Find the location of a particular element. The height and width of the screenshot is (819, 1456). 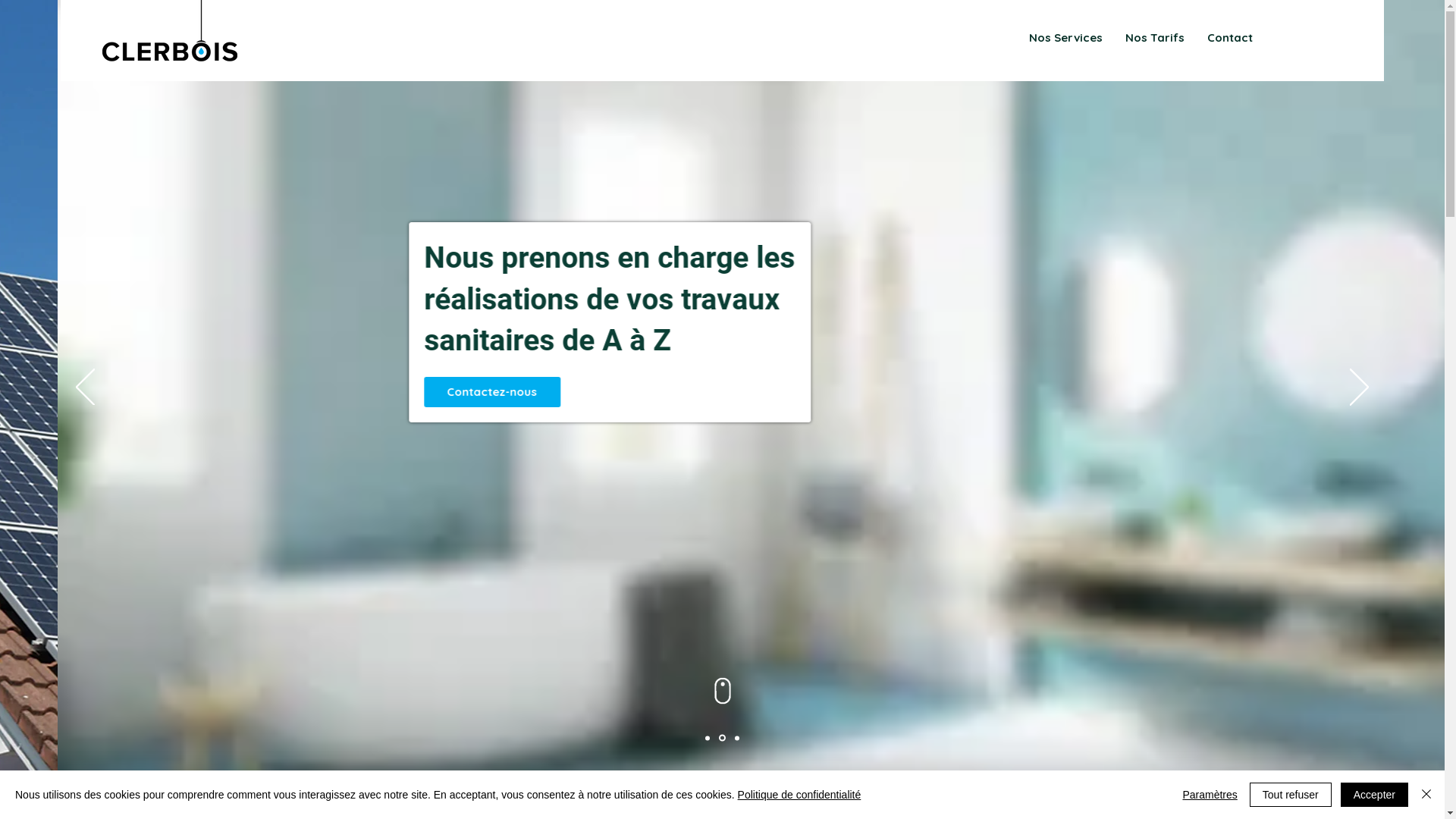

'Nos Services' is located at coordinates (1065, 37).